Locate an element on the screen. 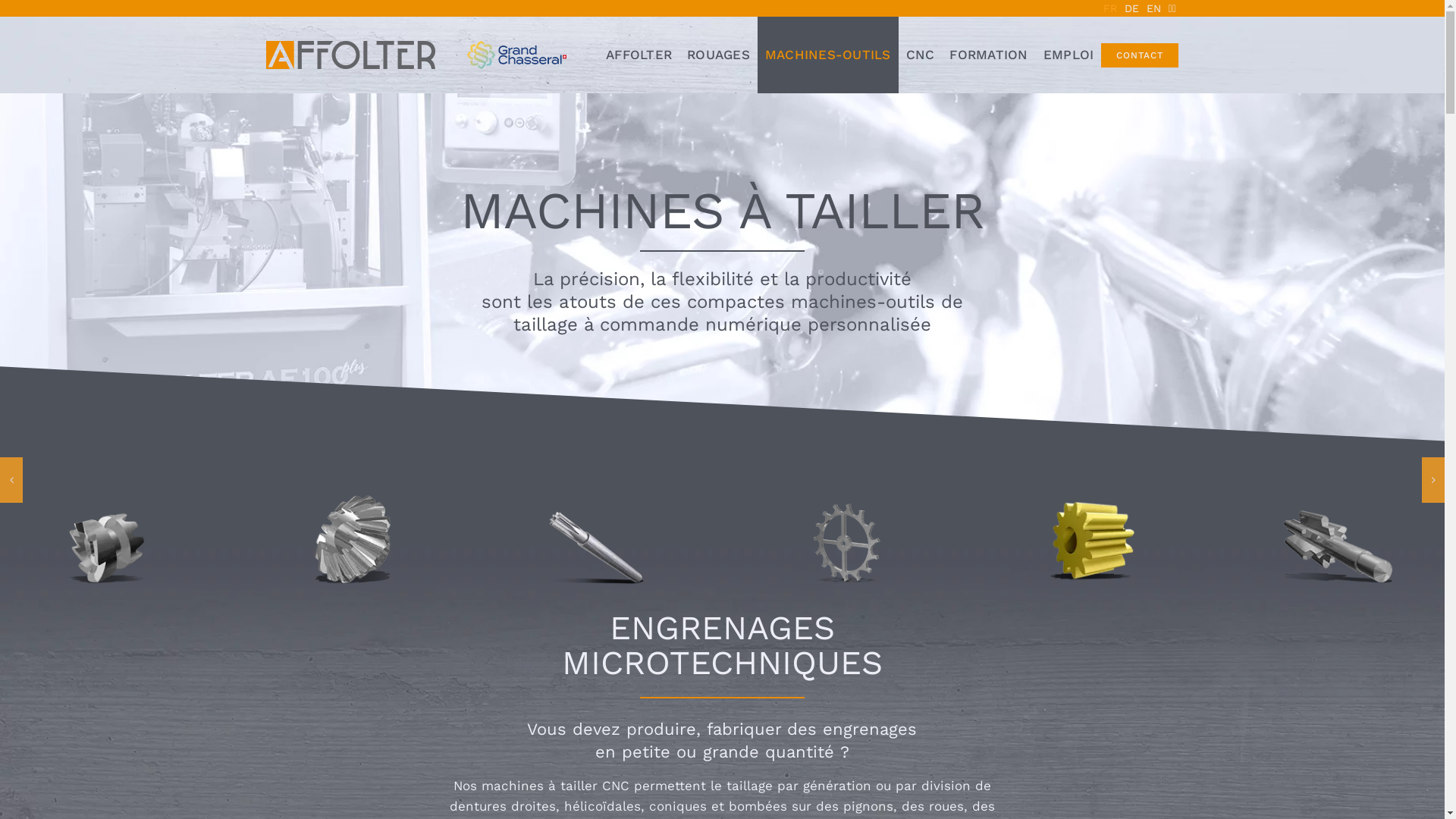 The width and height of the screenshot is (1456, 819). 'ROUAGES' is located at coordinates (717, 54).